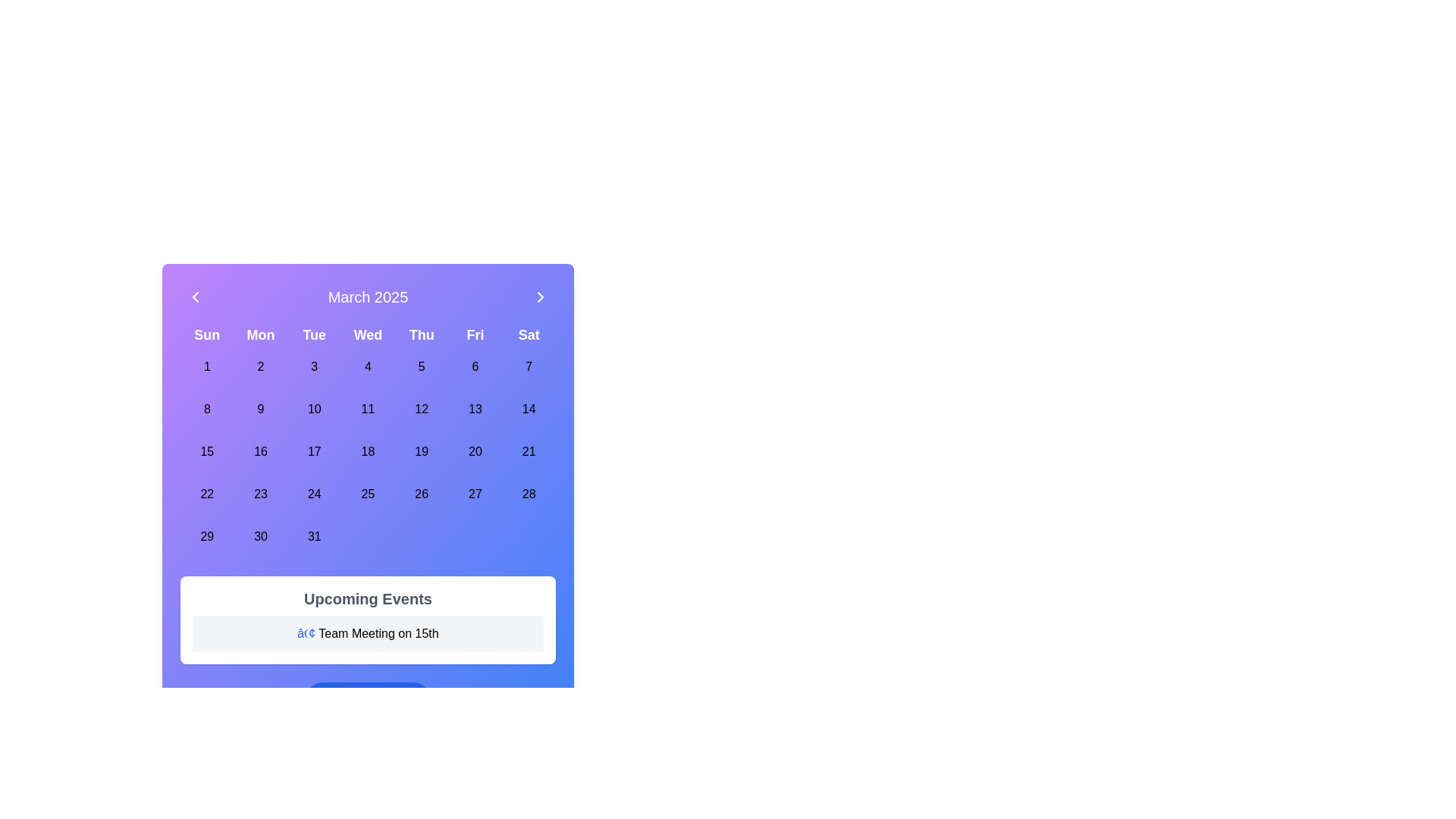 Image resolution: width=1456 pixels, height=819 pixels. What do you see at coordinates (368, 620) in the screenshot?
I see `the informational widget displaying upcoming scheduled events, specifically the 'Team Meeting on 15th' event located beneath the calendar grid in the 'Upcoming Events' section` at bounding box center [368, 620].